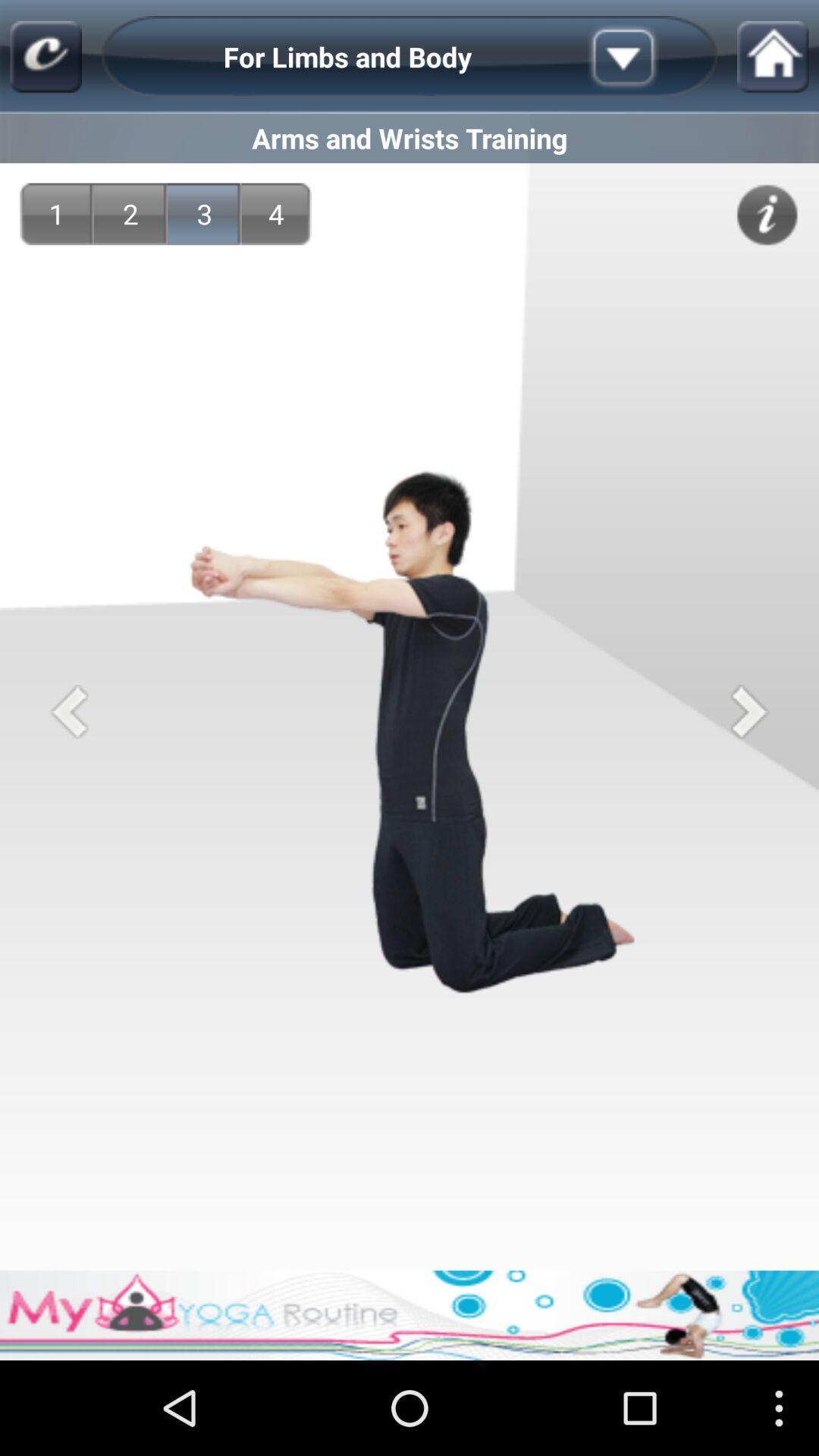  Describe the element at coordinates (130, 213) in the screenshot. I see `the 2 app` at that location.